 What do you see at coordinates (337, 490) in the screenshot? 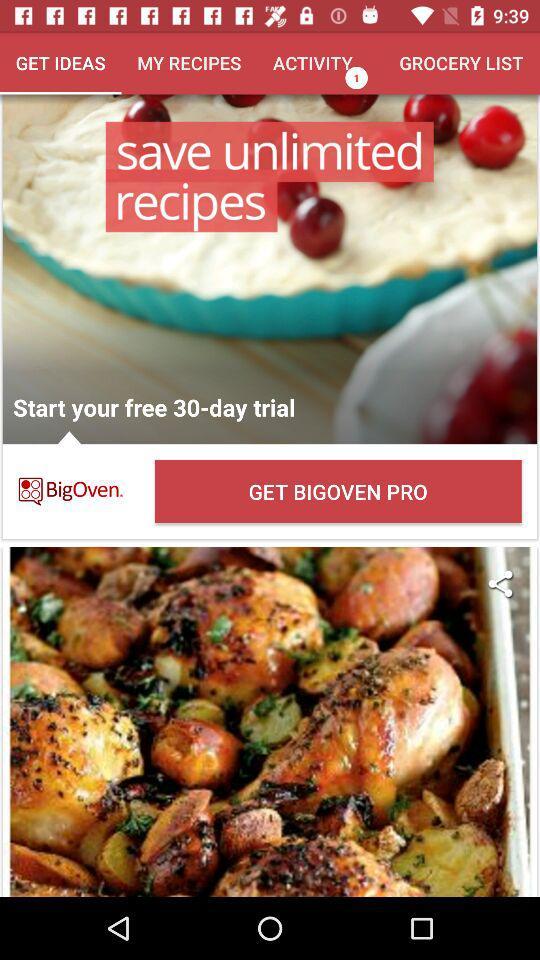
I see `the get bigoven pro` at bounding box center [337, 490].